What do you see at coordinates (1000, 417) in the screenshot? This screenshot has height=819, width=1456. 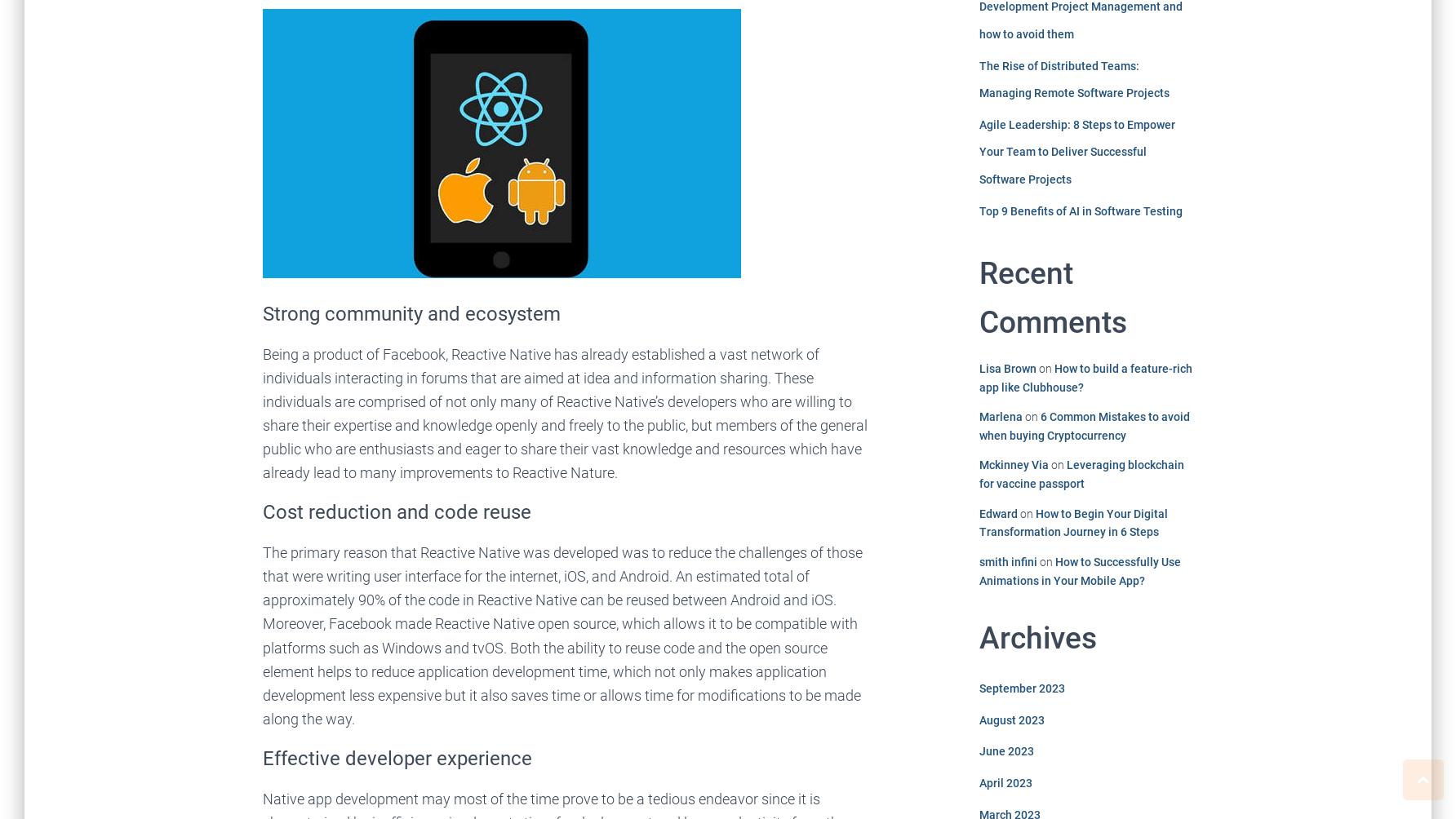 I see `'Marlena'` at bounding box center [1000, 417].